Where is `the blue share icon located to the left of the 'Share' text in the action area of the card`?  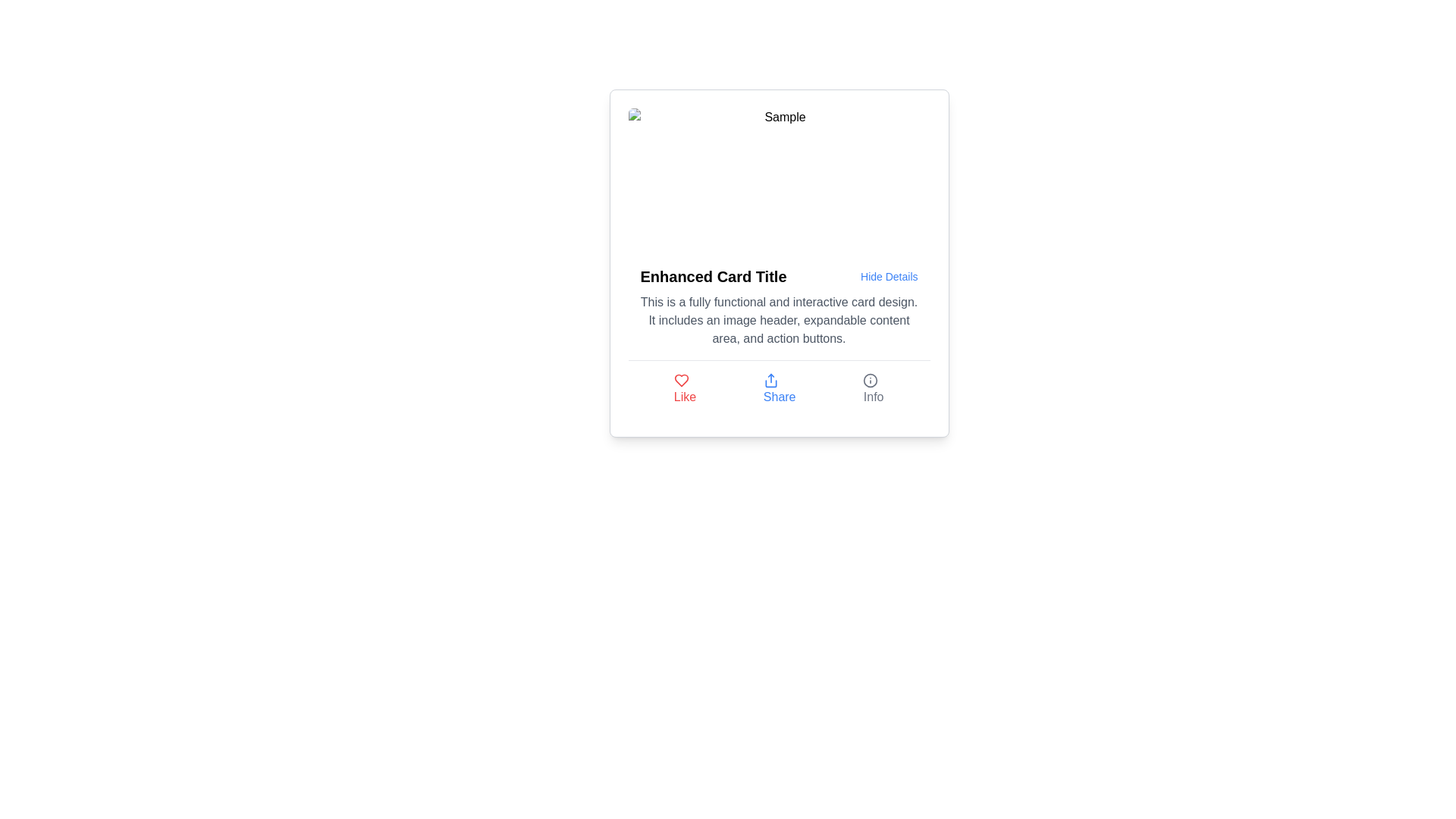 the blue share icon located to the left of the 'Share' text in the action area of the card is located at coordinates (770, 379).